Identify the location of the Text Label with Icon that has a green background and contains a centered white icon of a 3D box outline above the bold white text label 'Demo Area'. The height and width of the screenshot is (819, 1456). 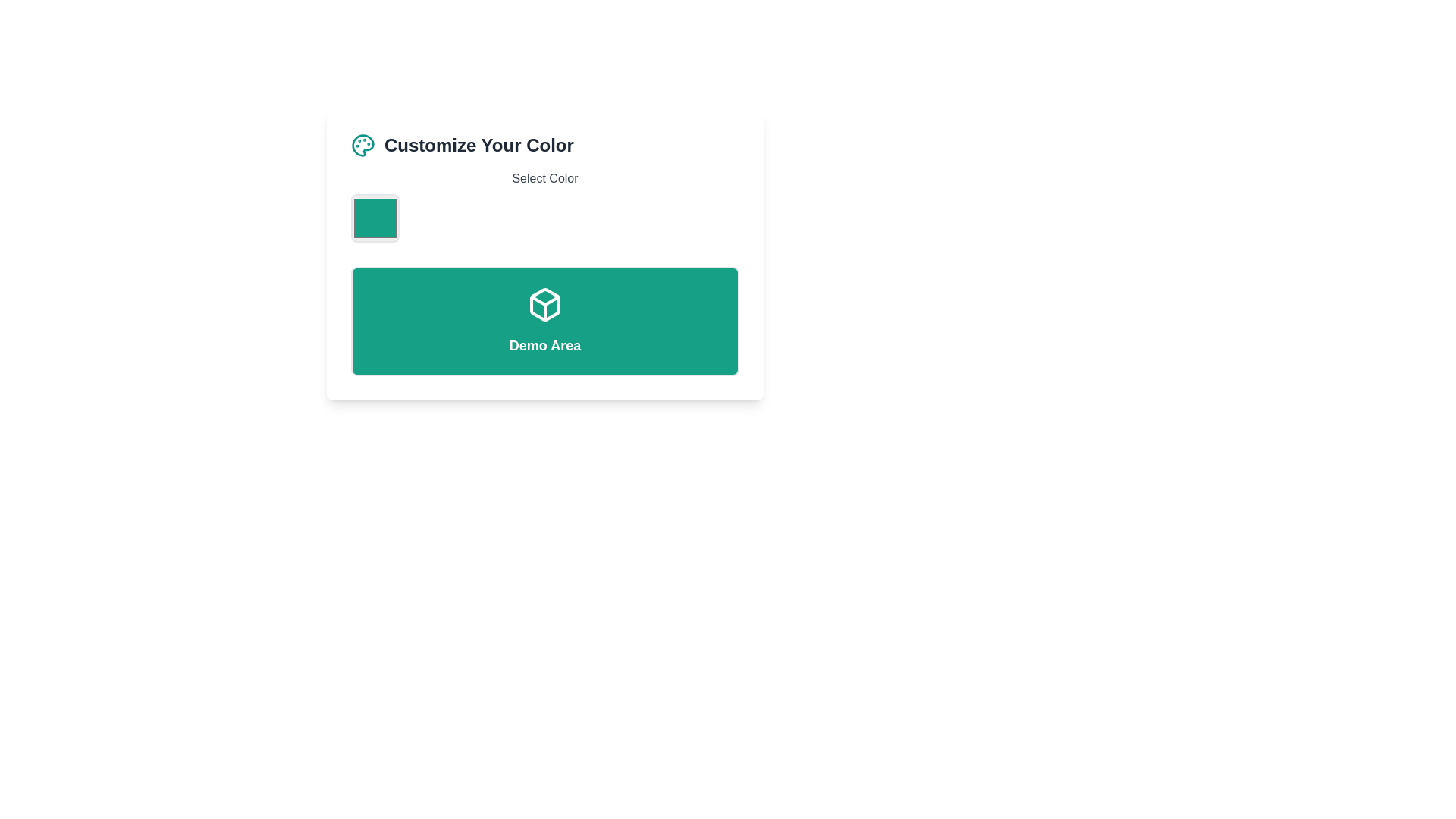
(545, 321).